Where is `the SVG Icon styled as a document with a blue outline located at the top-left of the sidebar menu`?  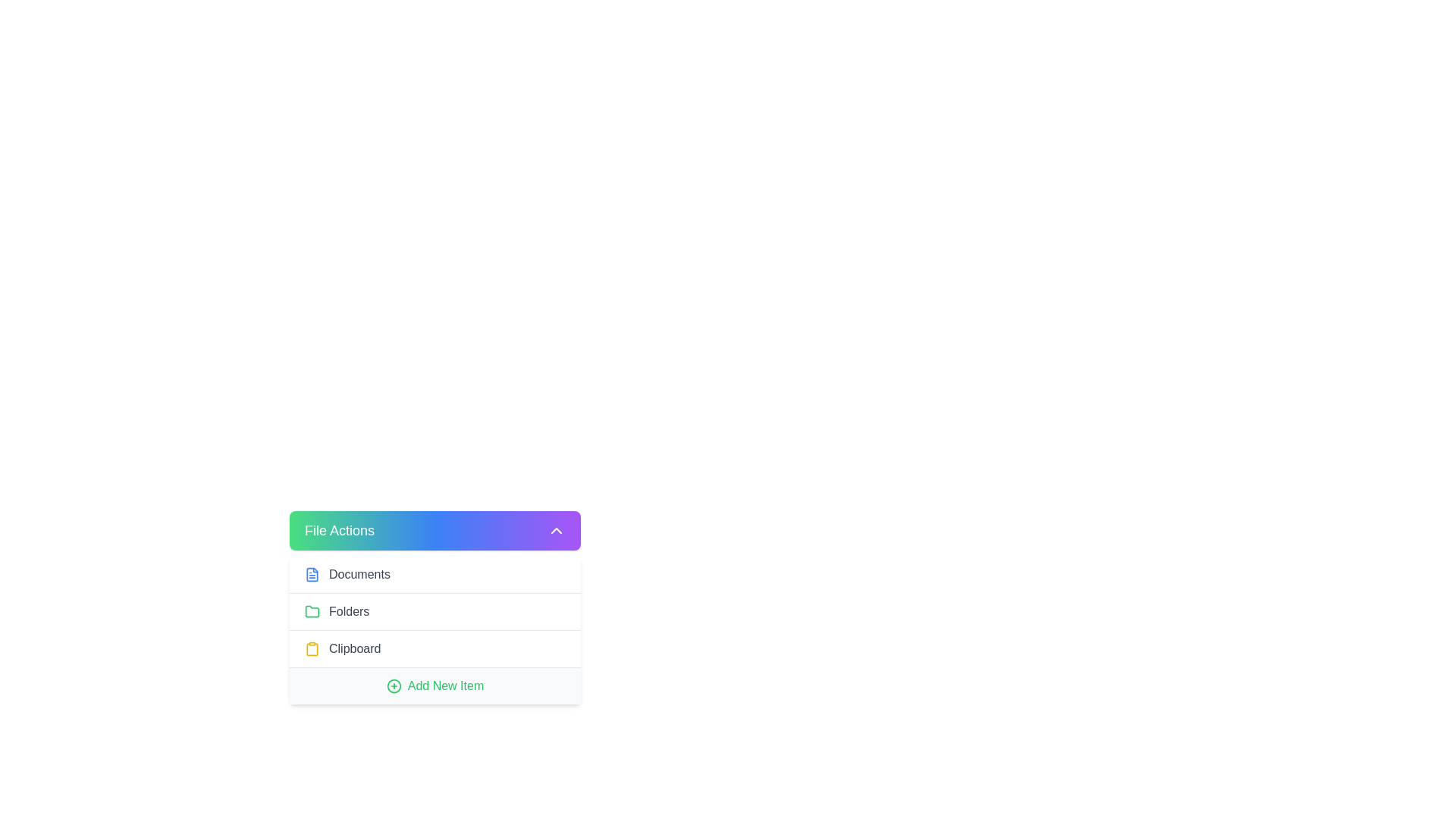 the SVG Icon styled as a document with a blue outline located at the top-left of the sidebar menu is located at coordinates (312, 575).